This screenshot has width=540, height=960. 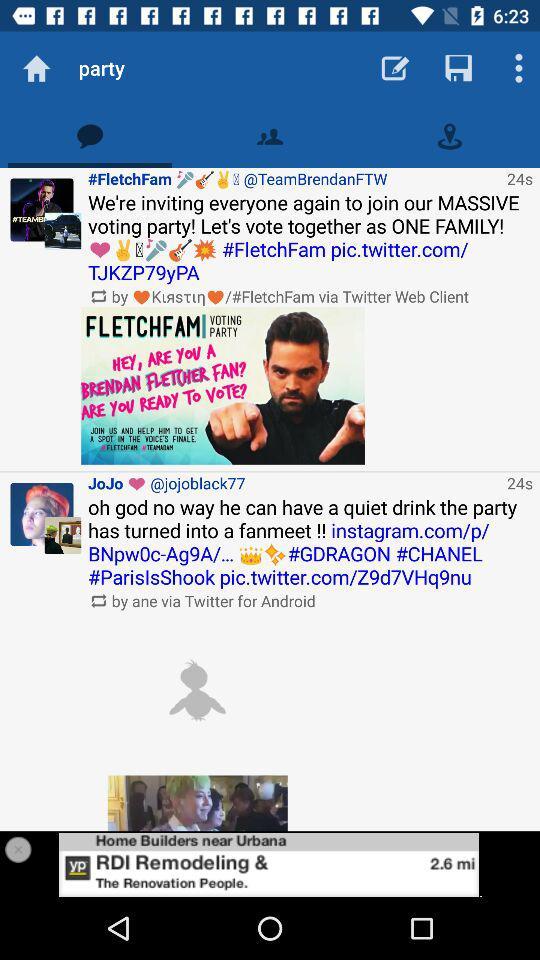 What do you see at coordinates (293, 482) in the screenshot?
I see `icon to the left of 24s` at bounding box center [293, 482].